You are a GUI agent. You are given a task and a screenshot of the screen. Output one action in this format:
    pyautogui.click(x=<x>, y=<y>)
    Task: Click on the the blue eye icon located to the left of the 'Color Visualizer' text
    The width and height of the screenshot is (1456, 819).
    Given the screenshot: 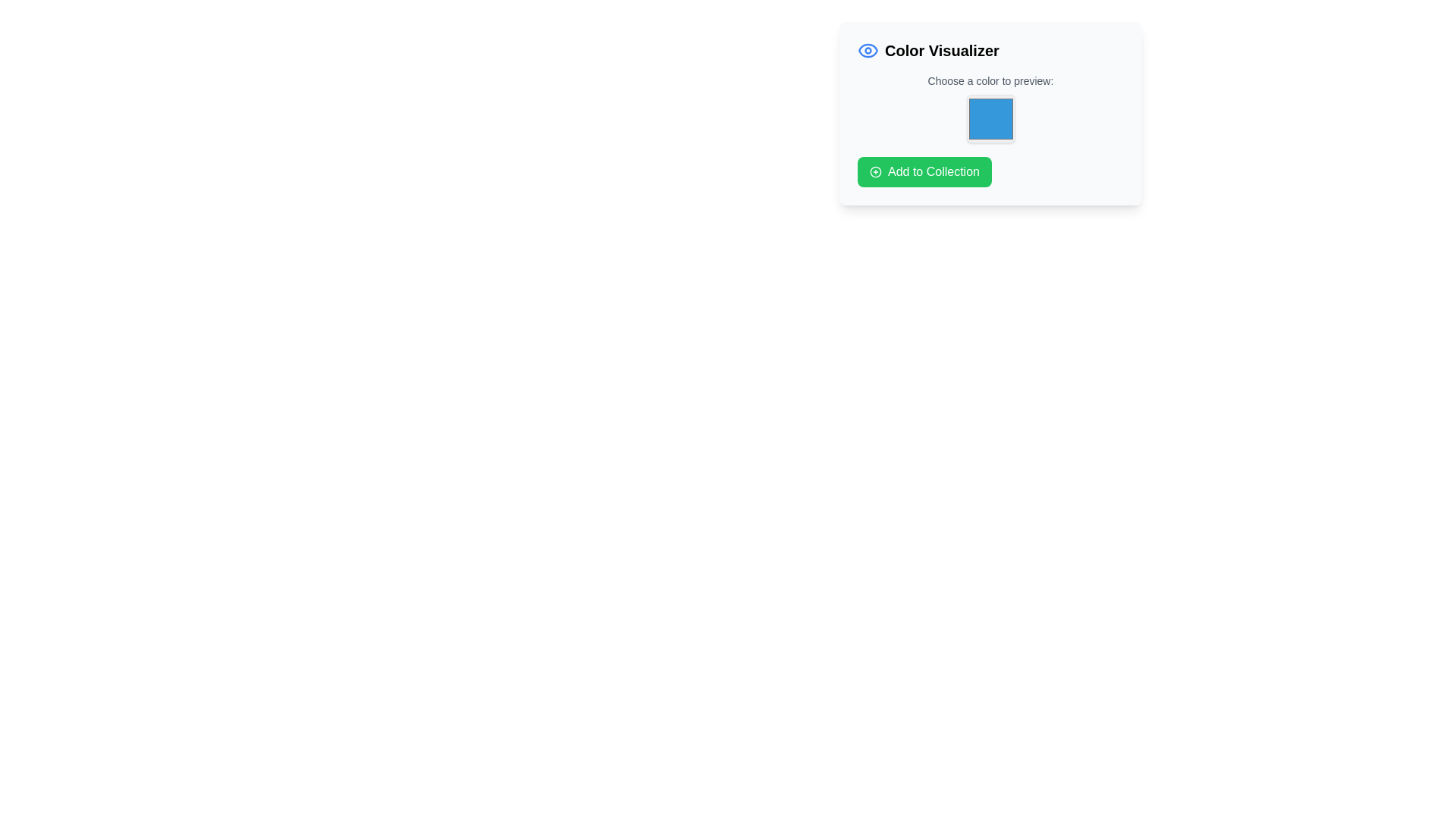 What is the action you would take?
    pyautogui.click(x=868, y=49)
    